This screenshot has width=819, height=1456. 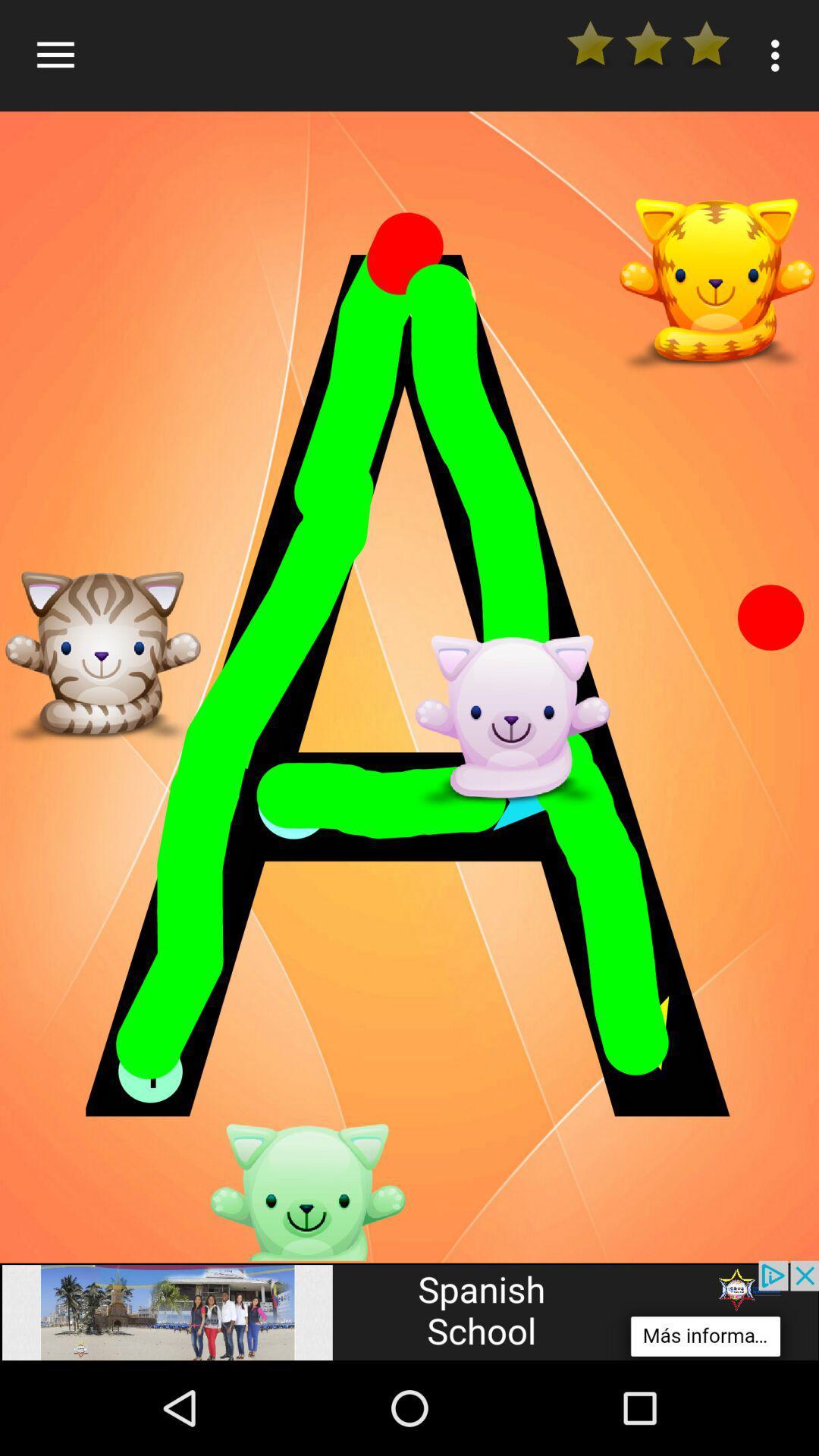 I want to click on advertisement, so click(x=409, y=1310).